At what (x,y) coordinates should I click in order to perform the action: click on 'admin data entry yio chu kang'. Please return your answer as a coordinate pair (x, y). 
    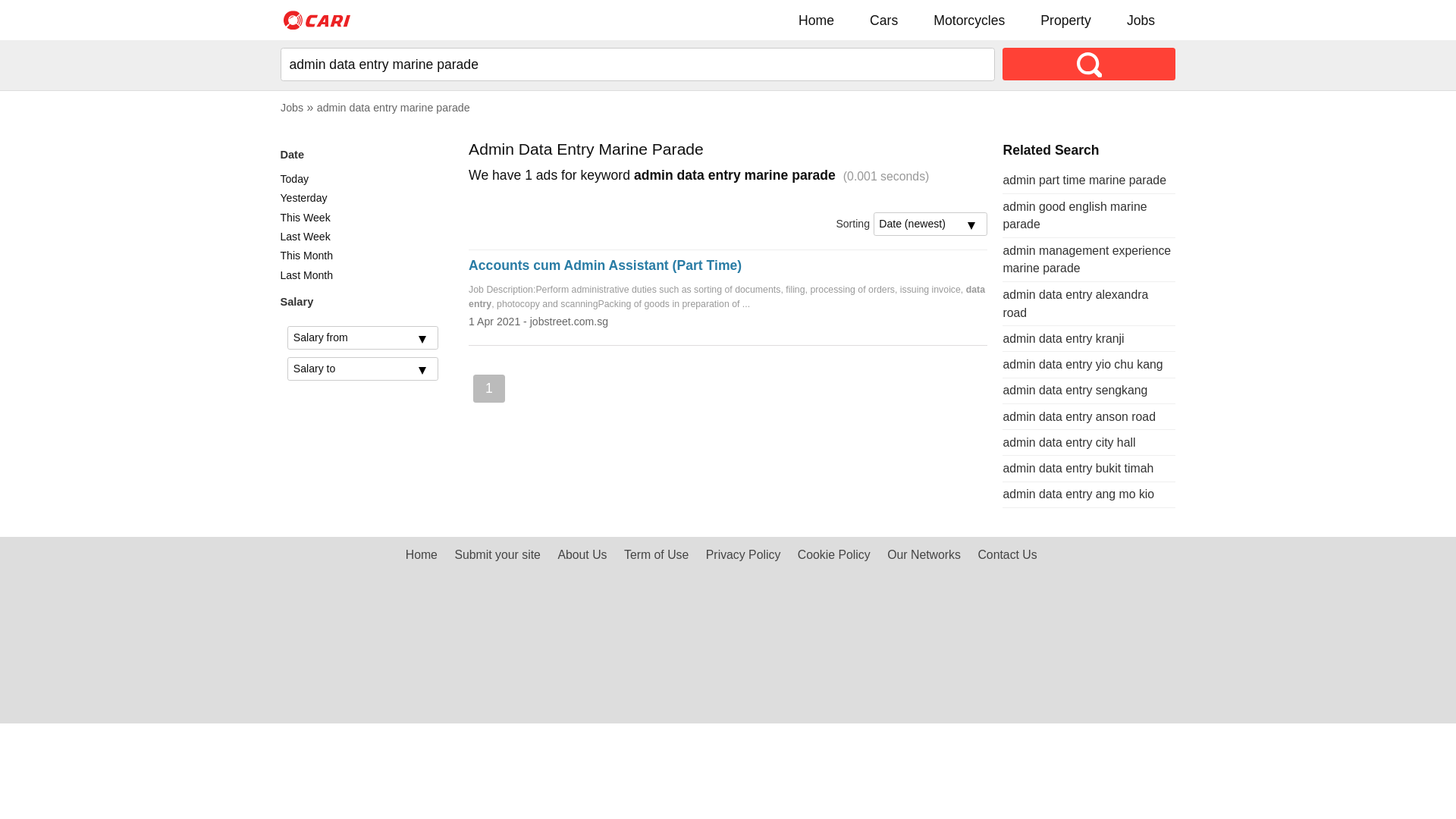
    Looking at the image, I should click on (1081, 364).